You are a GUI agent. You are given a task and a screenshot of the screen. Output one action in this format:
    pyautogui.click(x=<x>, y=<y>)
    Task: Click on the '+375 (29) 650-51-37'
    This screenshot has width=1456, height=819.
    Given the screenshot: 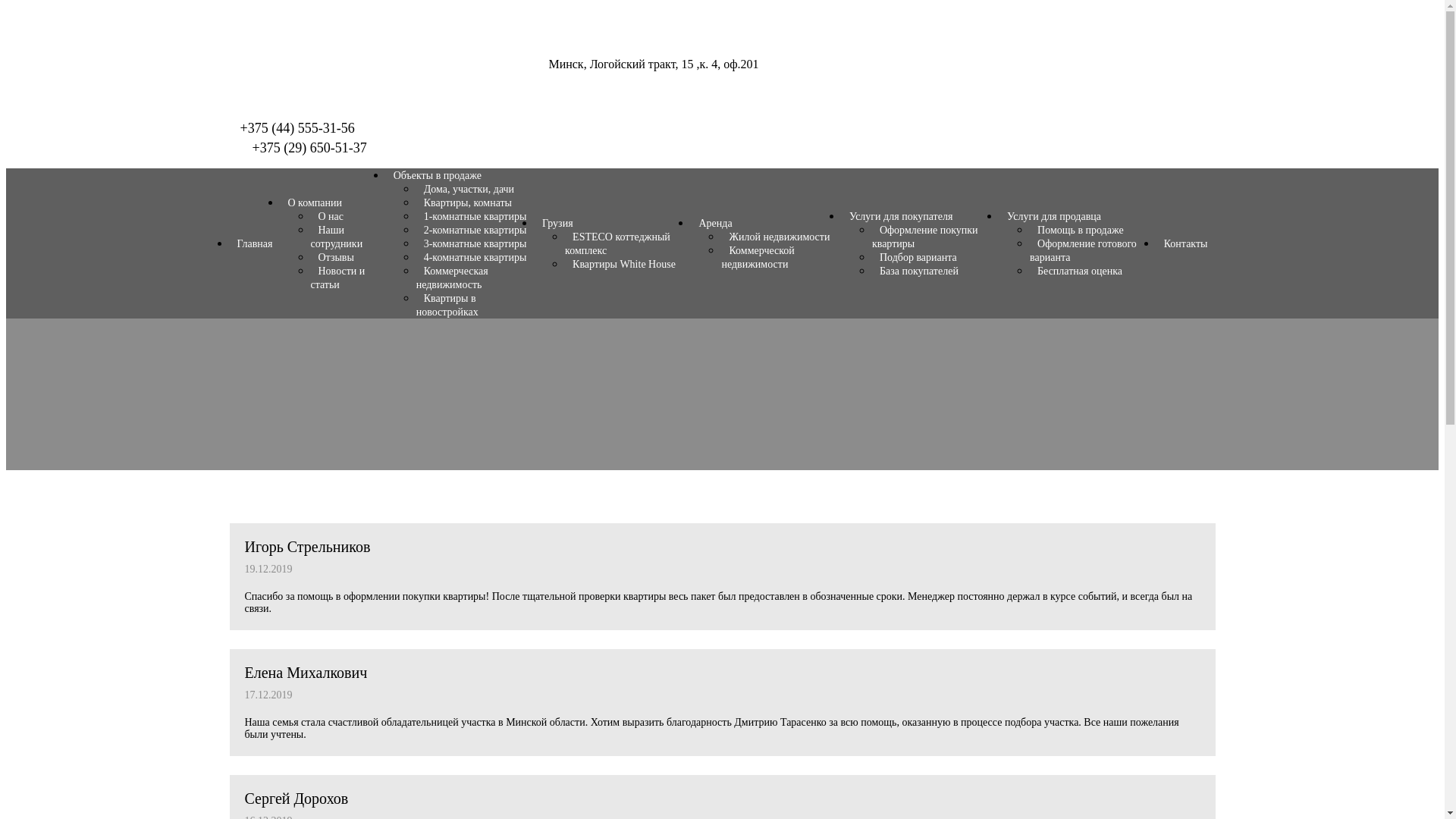 What is the action you would take?
    pyautogui.click(x=251, y=146)
    